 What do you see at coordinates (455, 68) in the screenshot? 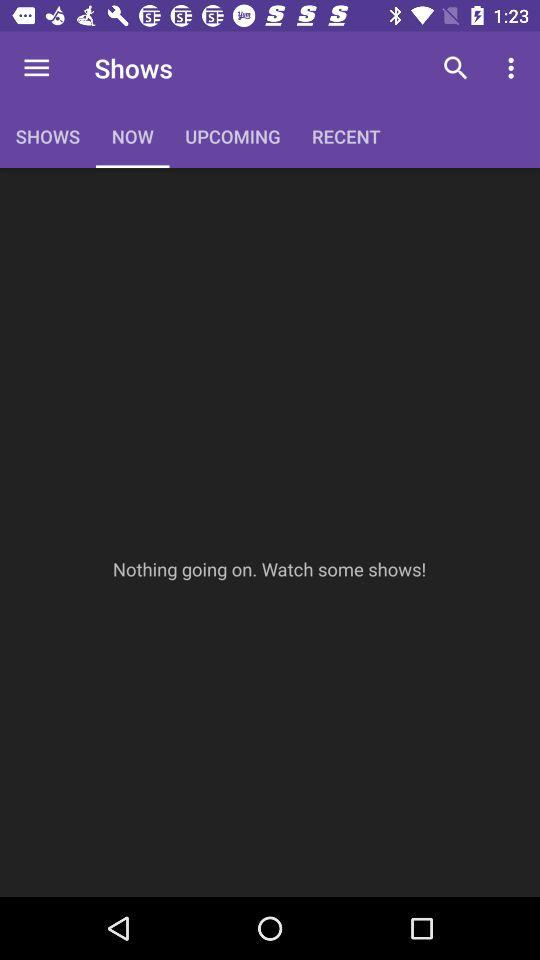
I see `item to the right of recent item` at bounding box center [455, 68].